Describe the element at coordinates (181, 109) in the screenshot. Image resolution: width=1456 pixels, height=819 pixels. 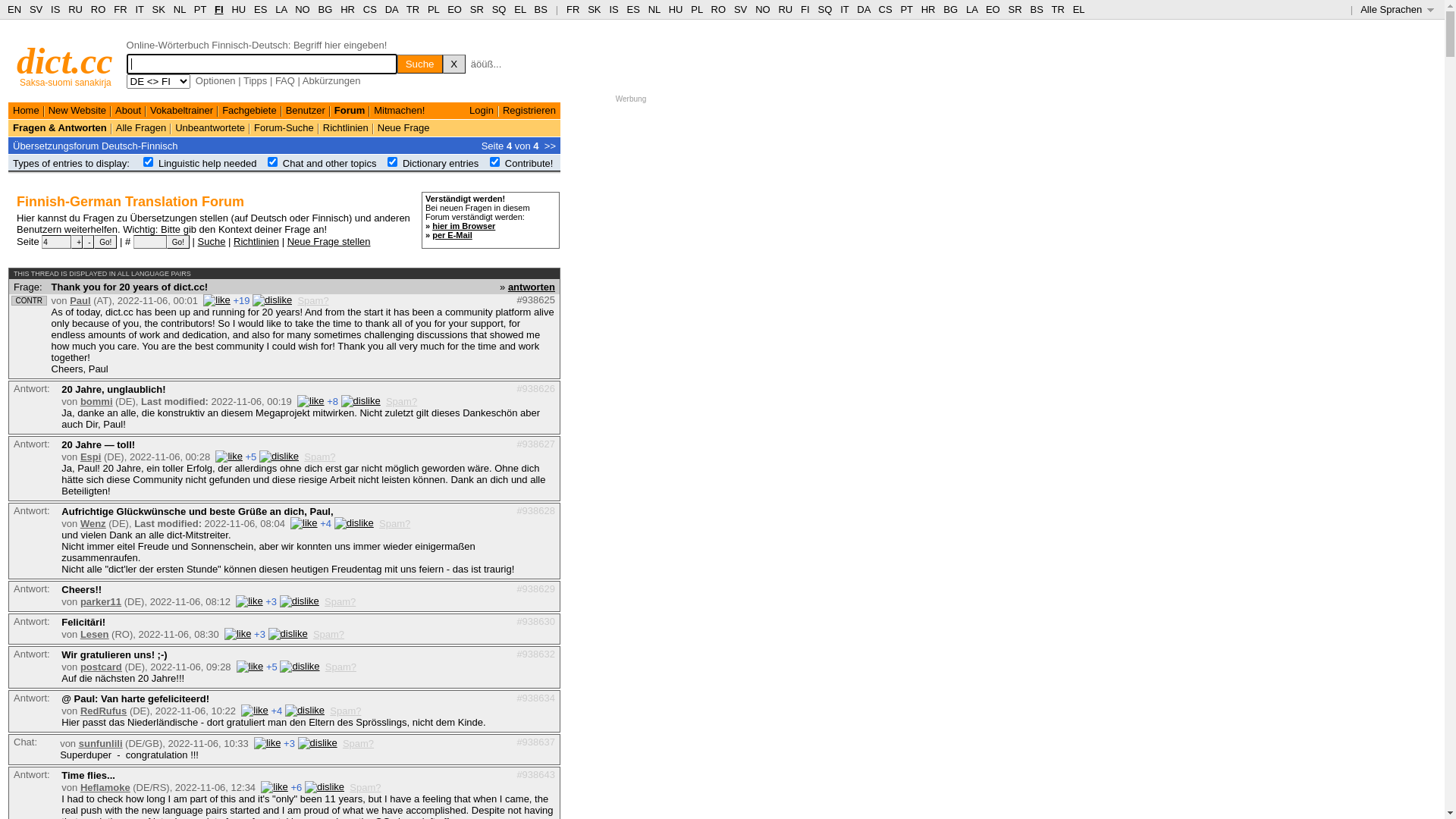
I see `'Vokabeltrainer'` at that location.